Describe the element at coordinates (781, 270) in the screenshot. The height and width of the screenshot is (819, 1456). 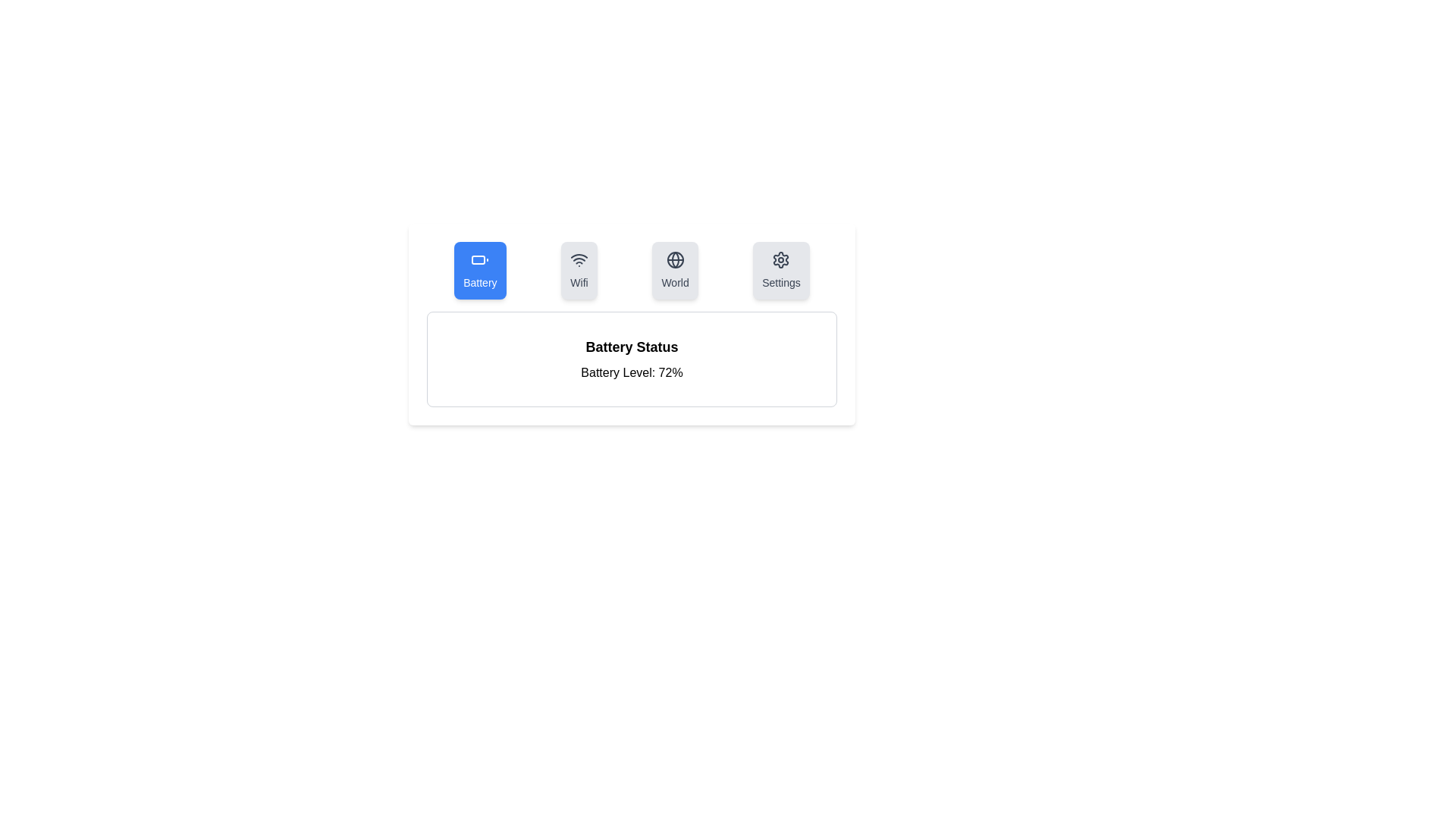
I see `the tab labeled Settings by clicking on its icon` at that location.